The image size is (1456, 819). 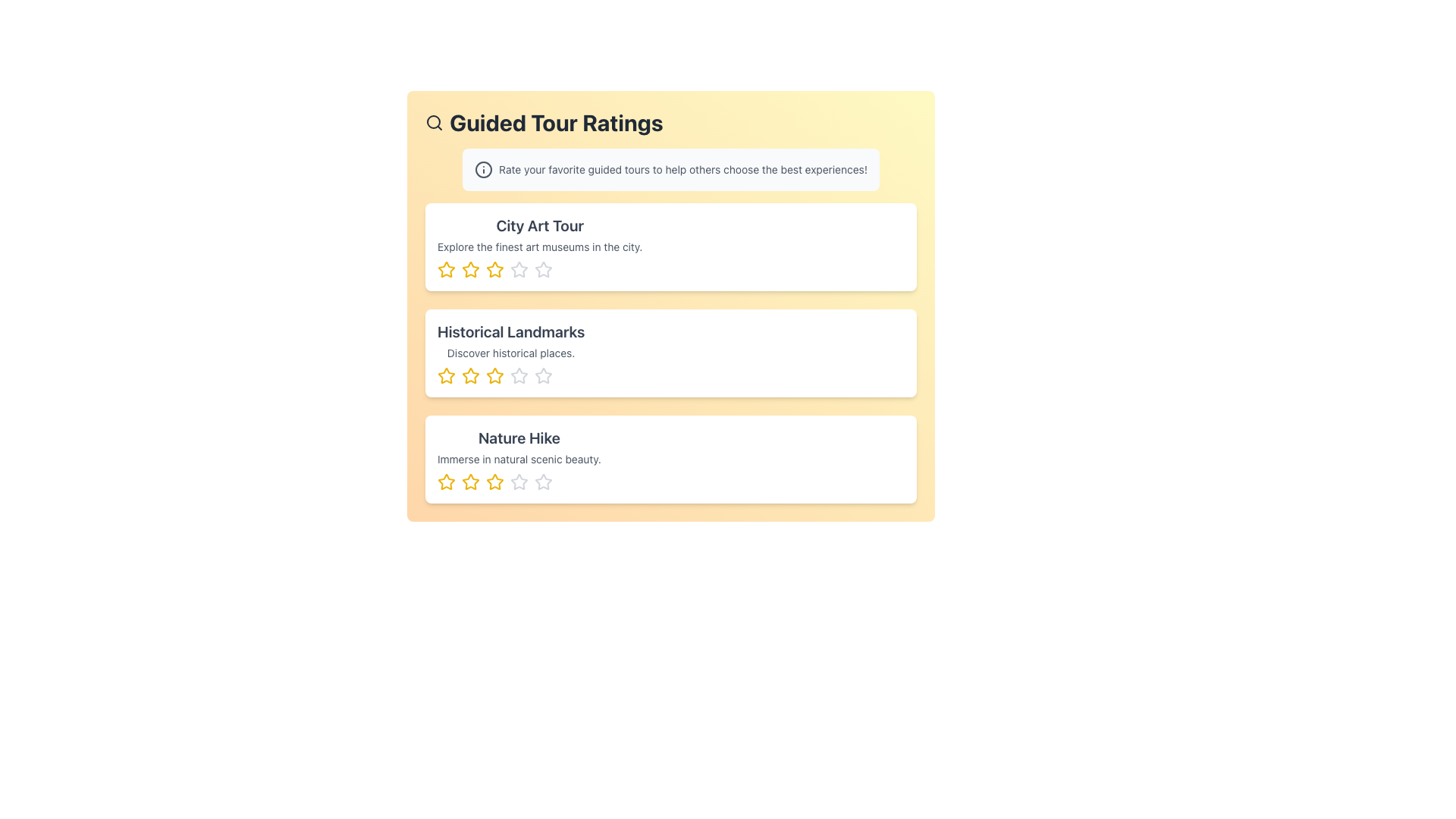 What do you see at coordinates (469, 375) in the screenshot?
I see `the second star-shaped vector graphic with a yellow outline and white fill in the 'Historical Landmarks' section to rate it` at bounding box center [469, 375].